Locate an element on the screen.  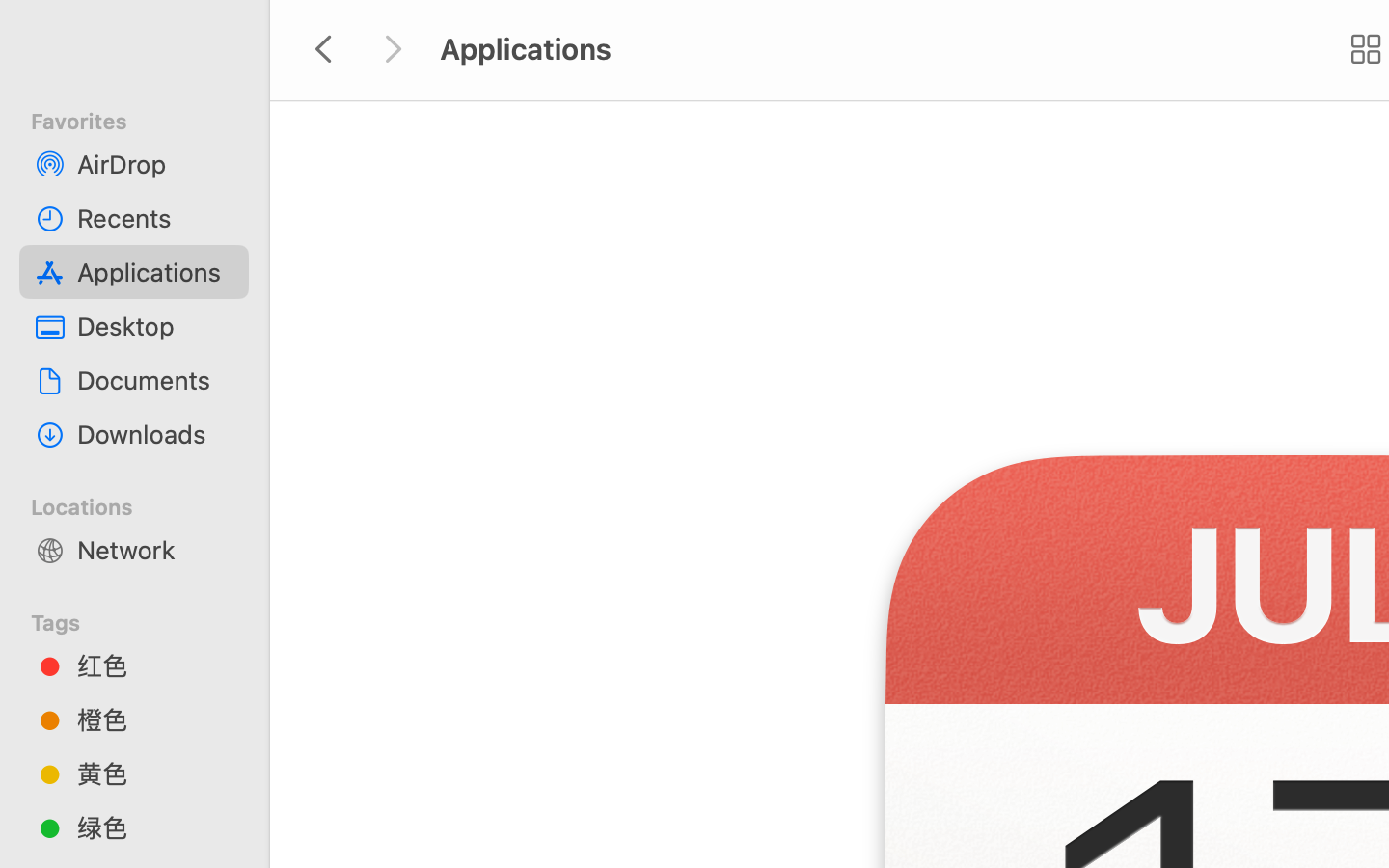
'Recents' is located at coordinates (153, 217).